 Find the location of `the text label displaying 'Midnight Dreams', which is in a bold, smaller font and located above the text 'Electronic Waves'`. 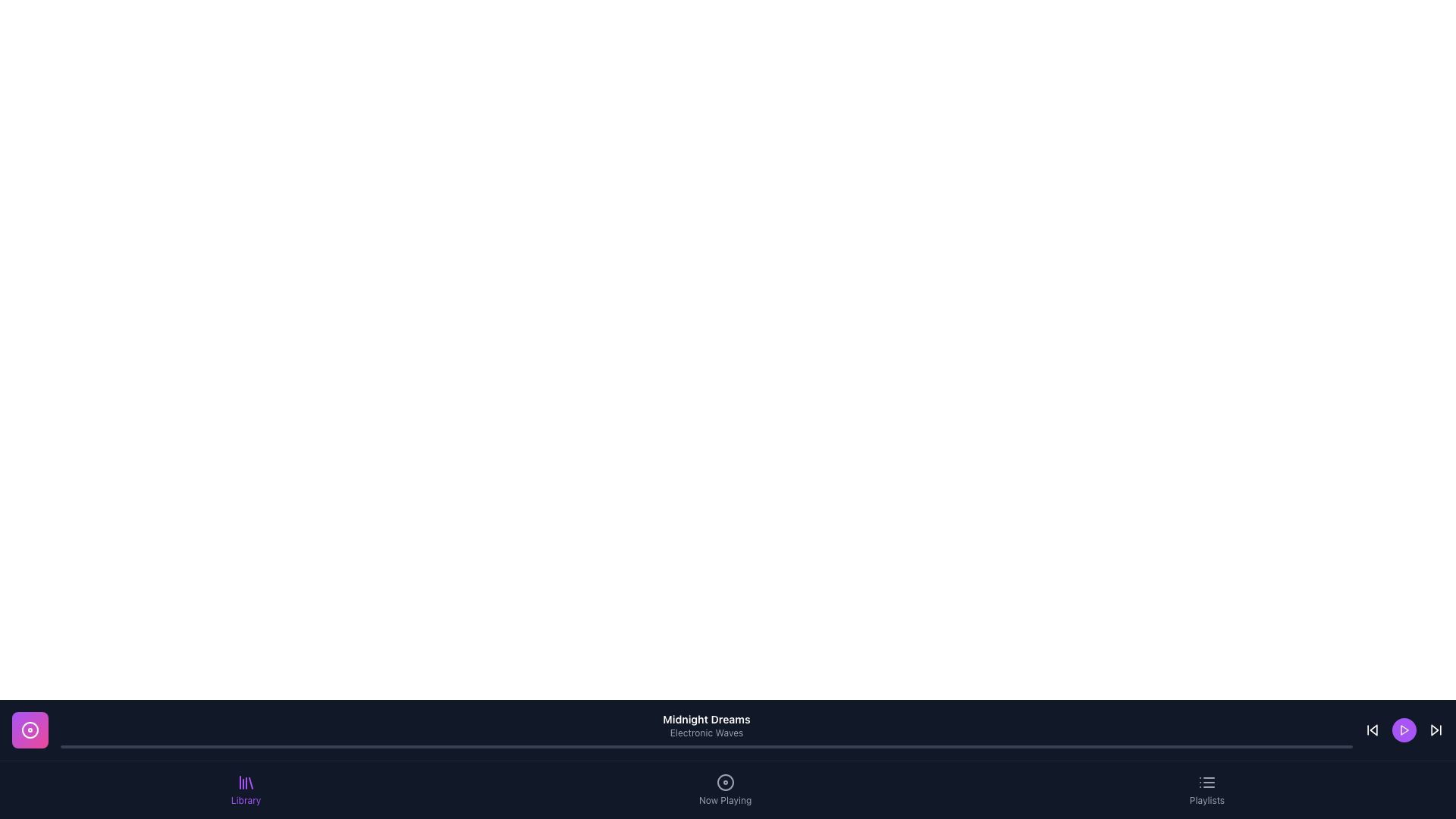

the text label displaying 'Midnight Dreams', which is in a bold, smaller font and located above the text 'Electronic Waves' is located at coordinates (705, 718).